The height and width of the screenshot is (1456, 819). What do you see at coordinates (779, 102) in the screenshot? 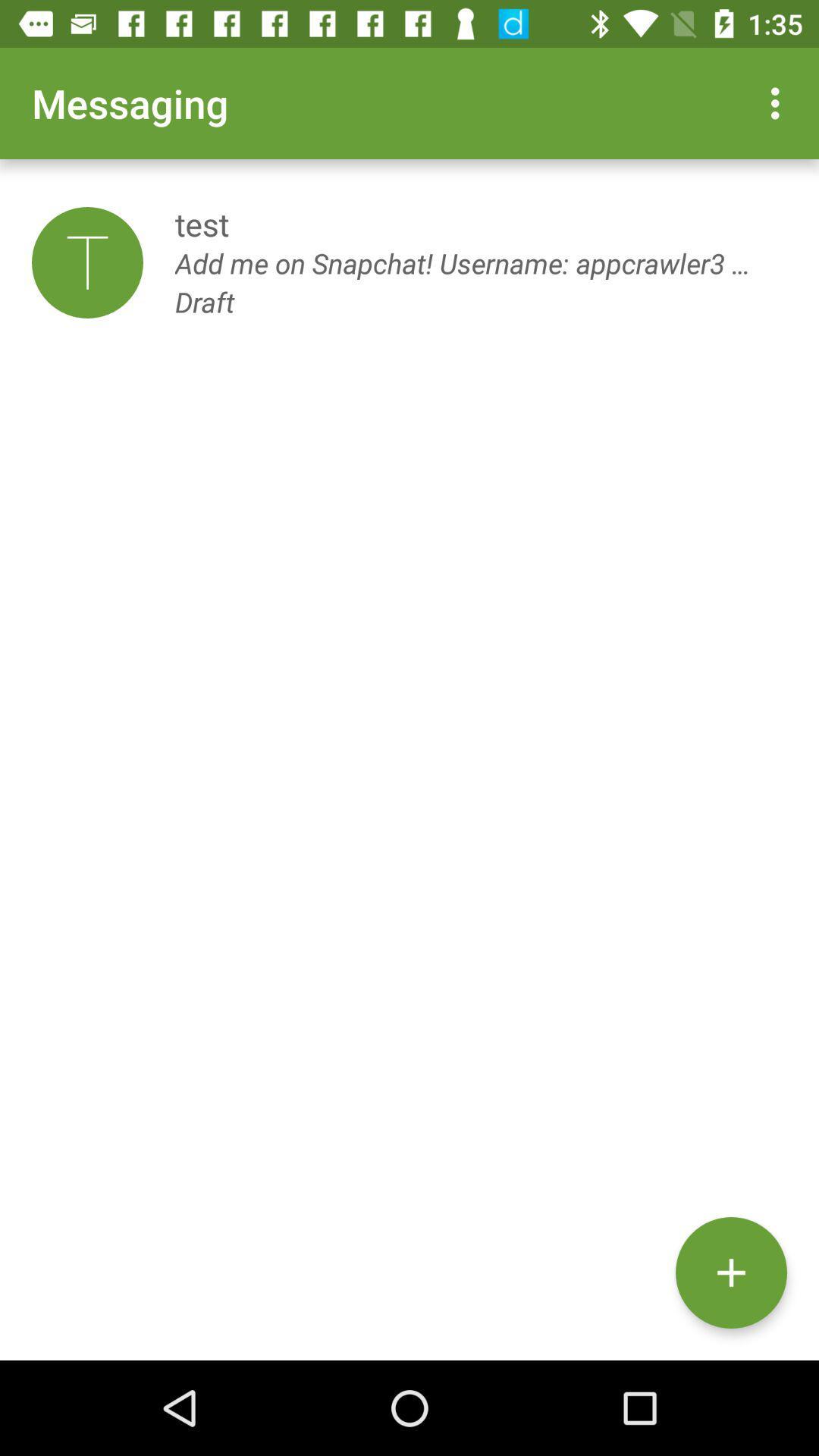
I see `icon next to messaging app` at bounding box center [779, 102].